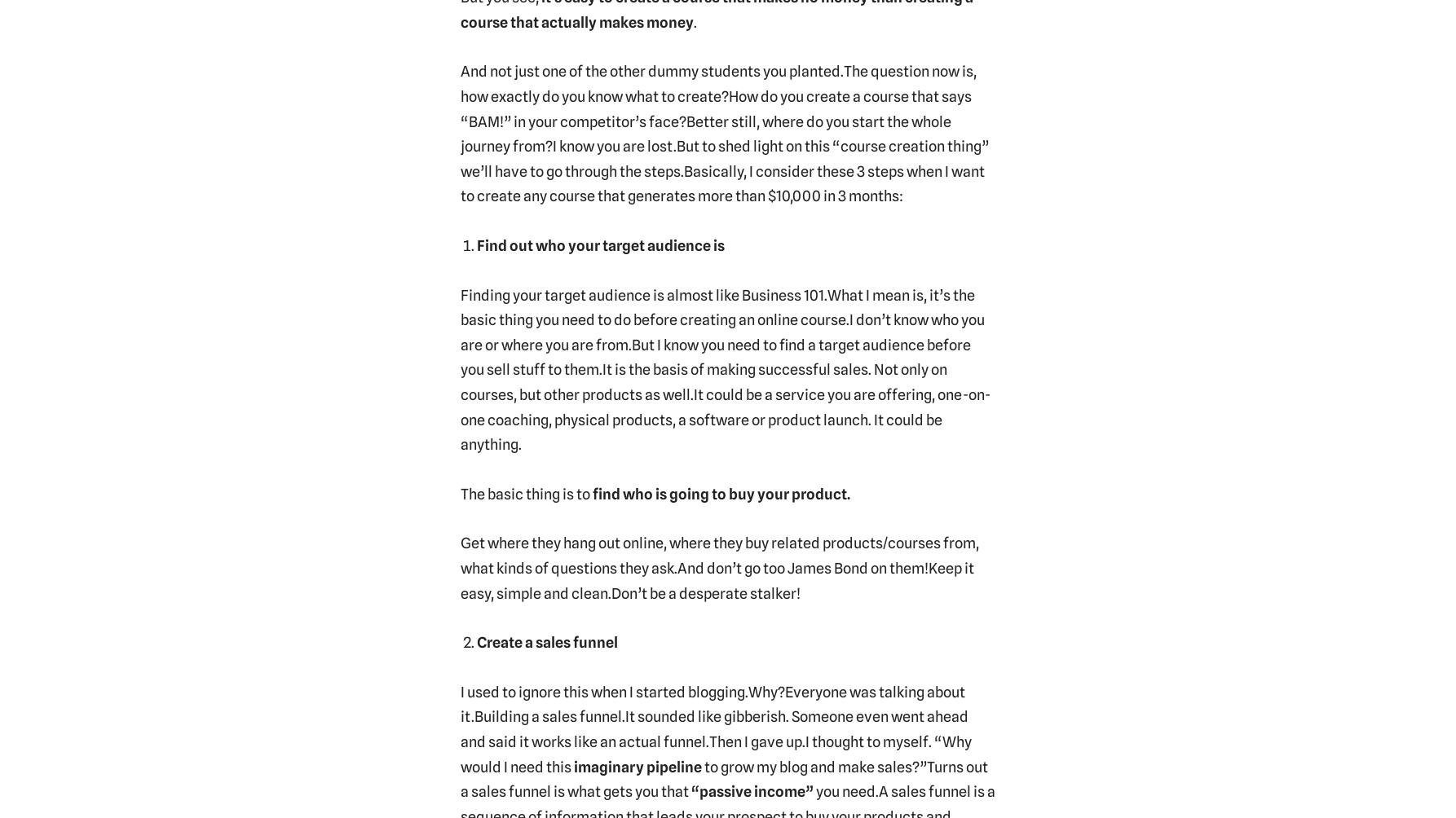 Image resolution: width=1456 pixels, height=818 pixels. What do you see at coordinates (546, 642) in the screenshot?
I see `'Create a sales funnel'` at bounding box center [546, 642].